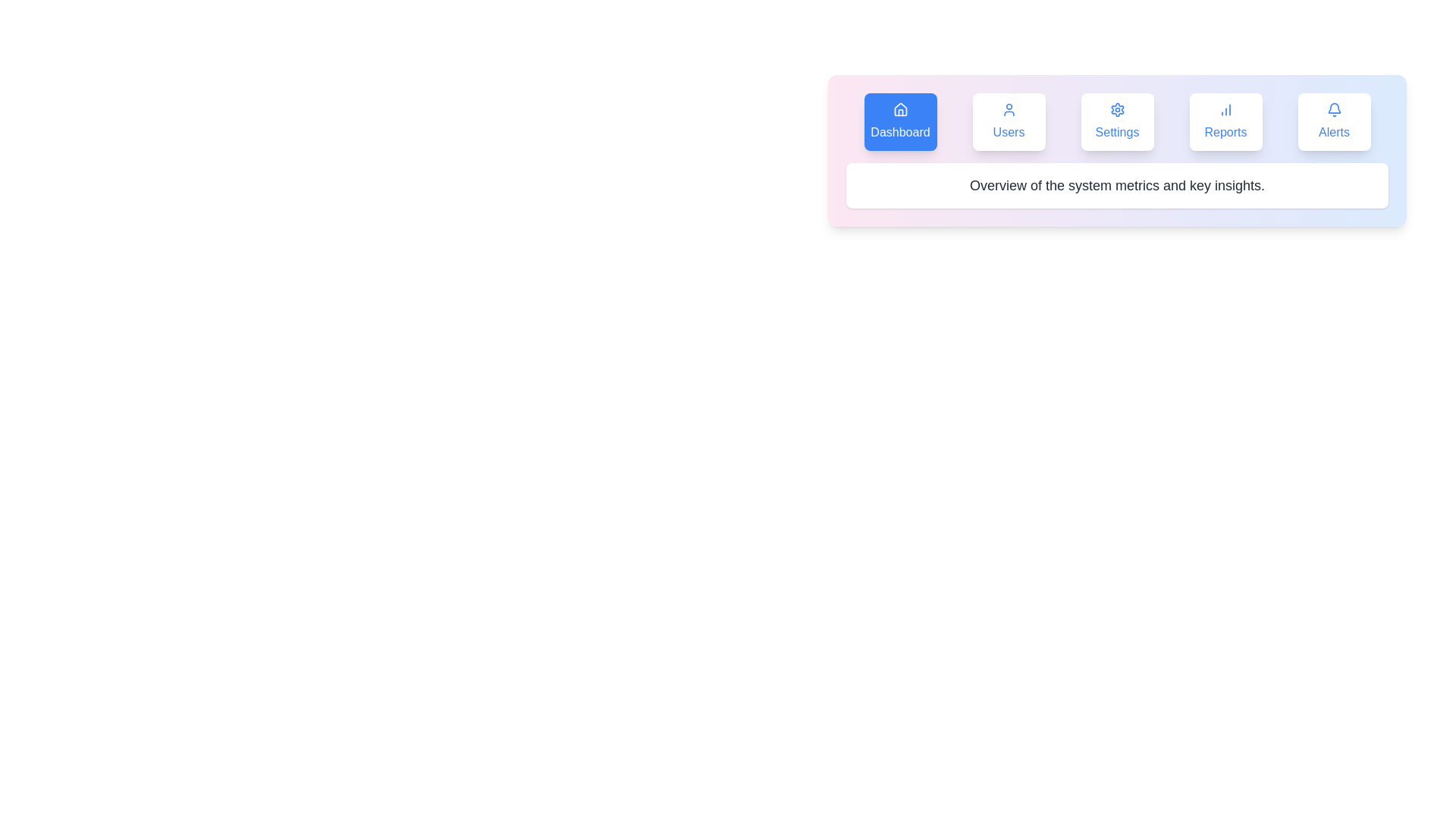 The image size is (1456, 819). What do you see at coordinates (1117, 121) in the screenshot?
I see `the 'Settings' button, which is the third button from the left in a row of five buttons` at bounding box center [1117, 121].